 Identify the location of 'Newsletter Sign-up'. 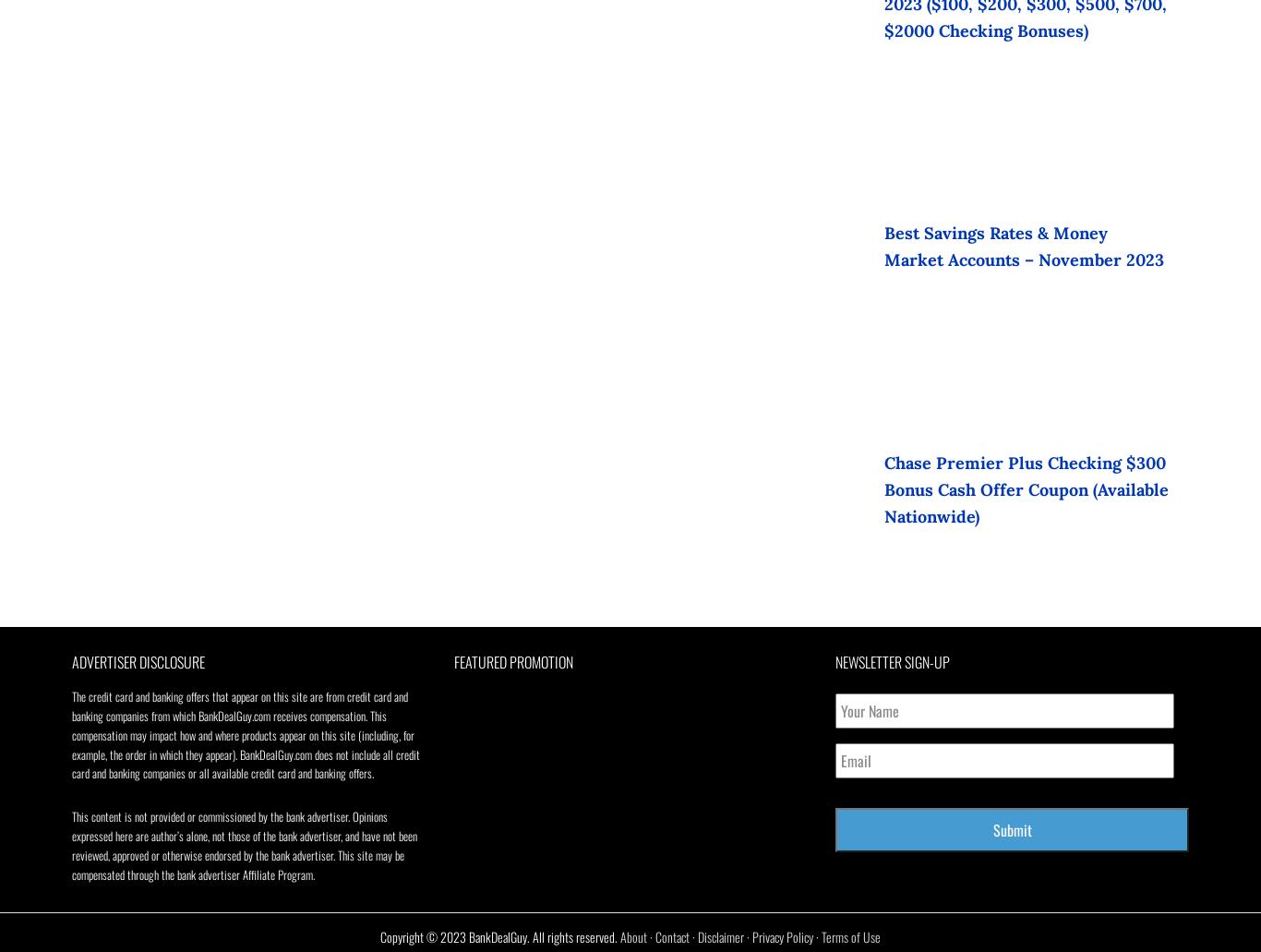
(892, 661).